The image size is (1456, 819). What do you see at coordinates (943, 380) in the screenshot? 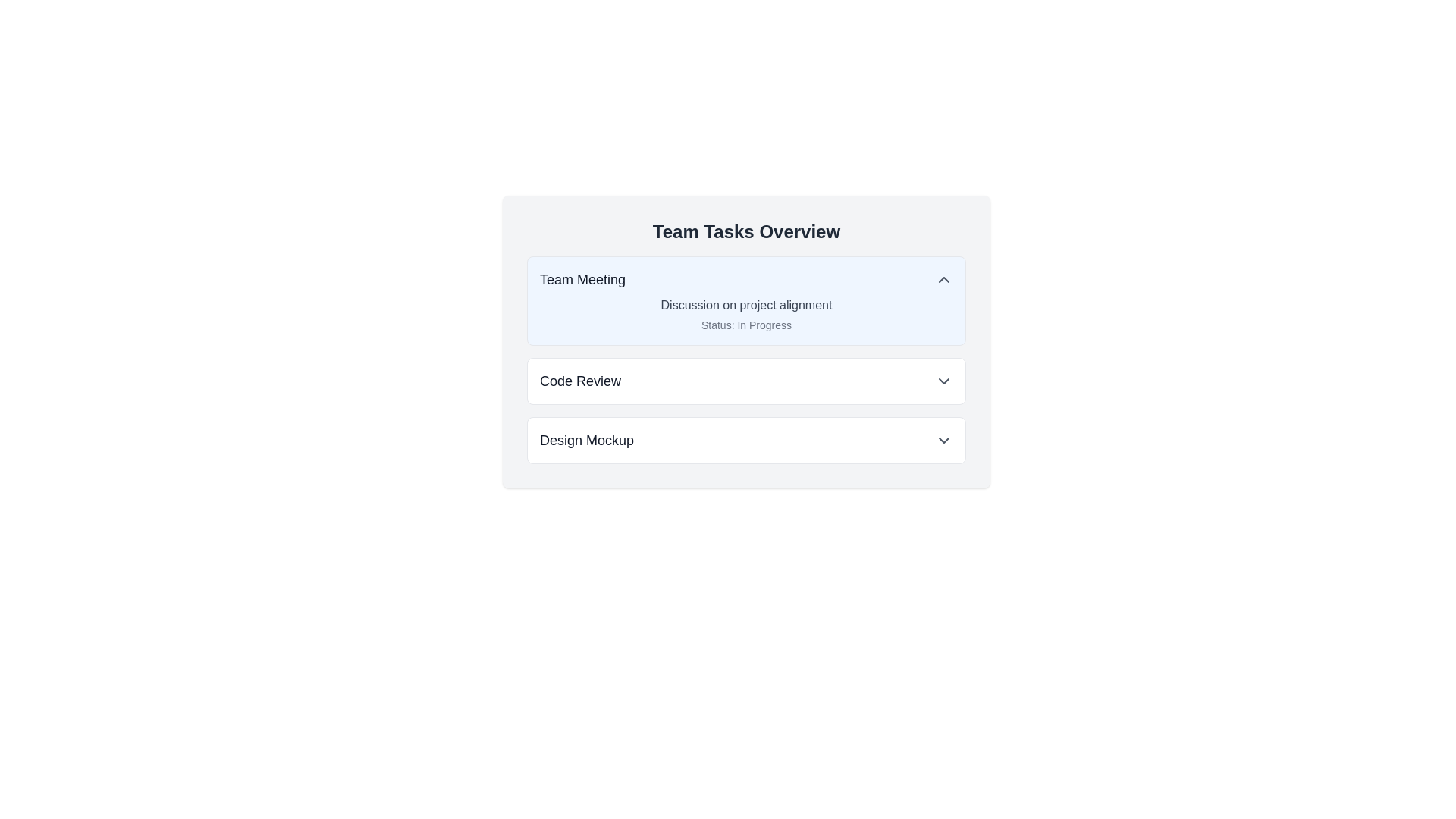
I see `the dropdown indicator icon for the 'Code Review' section` at bounding box center [943, 380].